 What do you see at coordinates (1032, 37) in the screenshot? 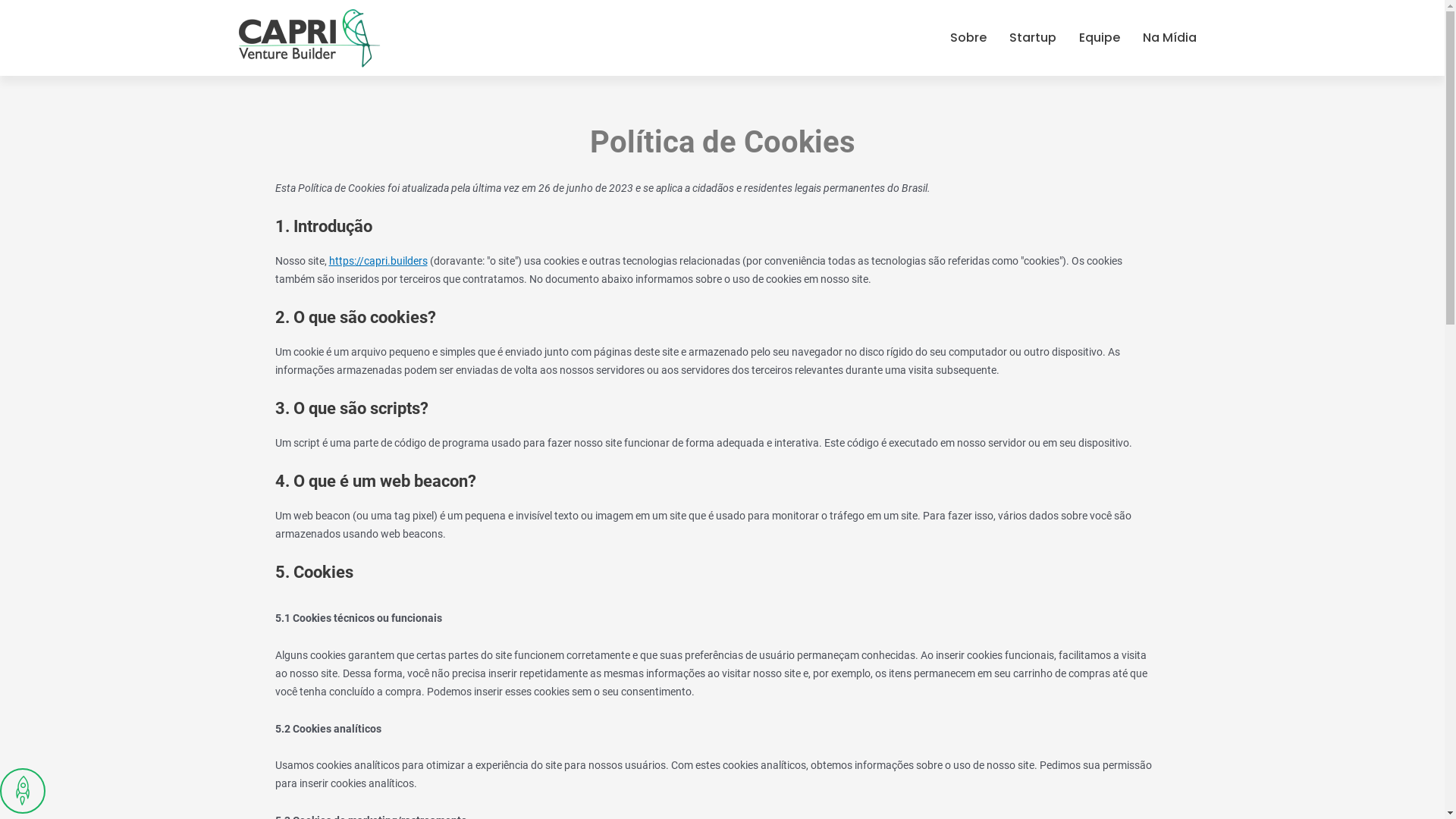
I see `'Startup'` at bounding box center [1032, 37].